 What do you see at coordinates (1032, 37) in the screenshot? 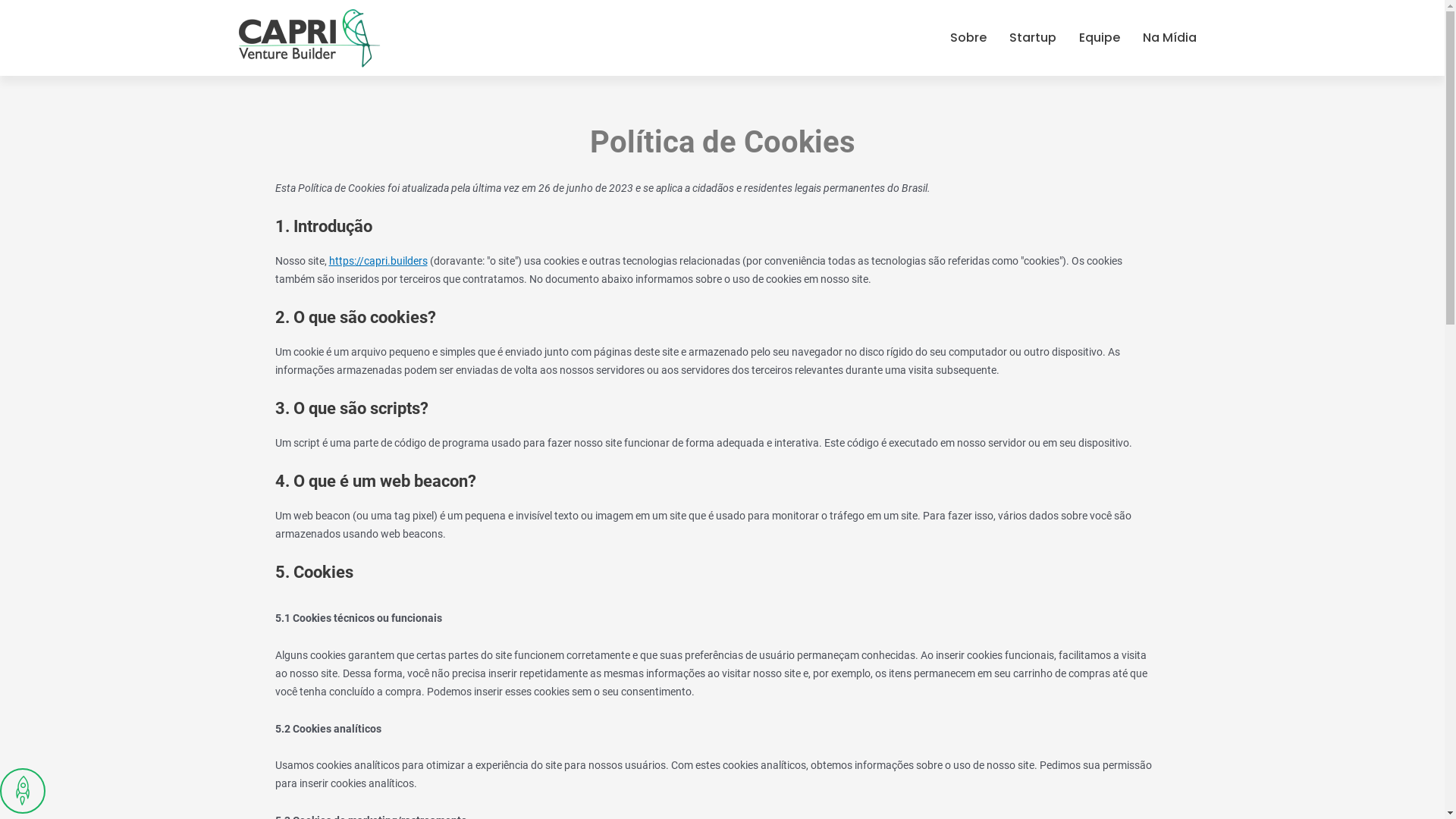
I see `'Startup'` at bounding box center [1032, 37].